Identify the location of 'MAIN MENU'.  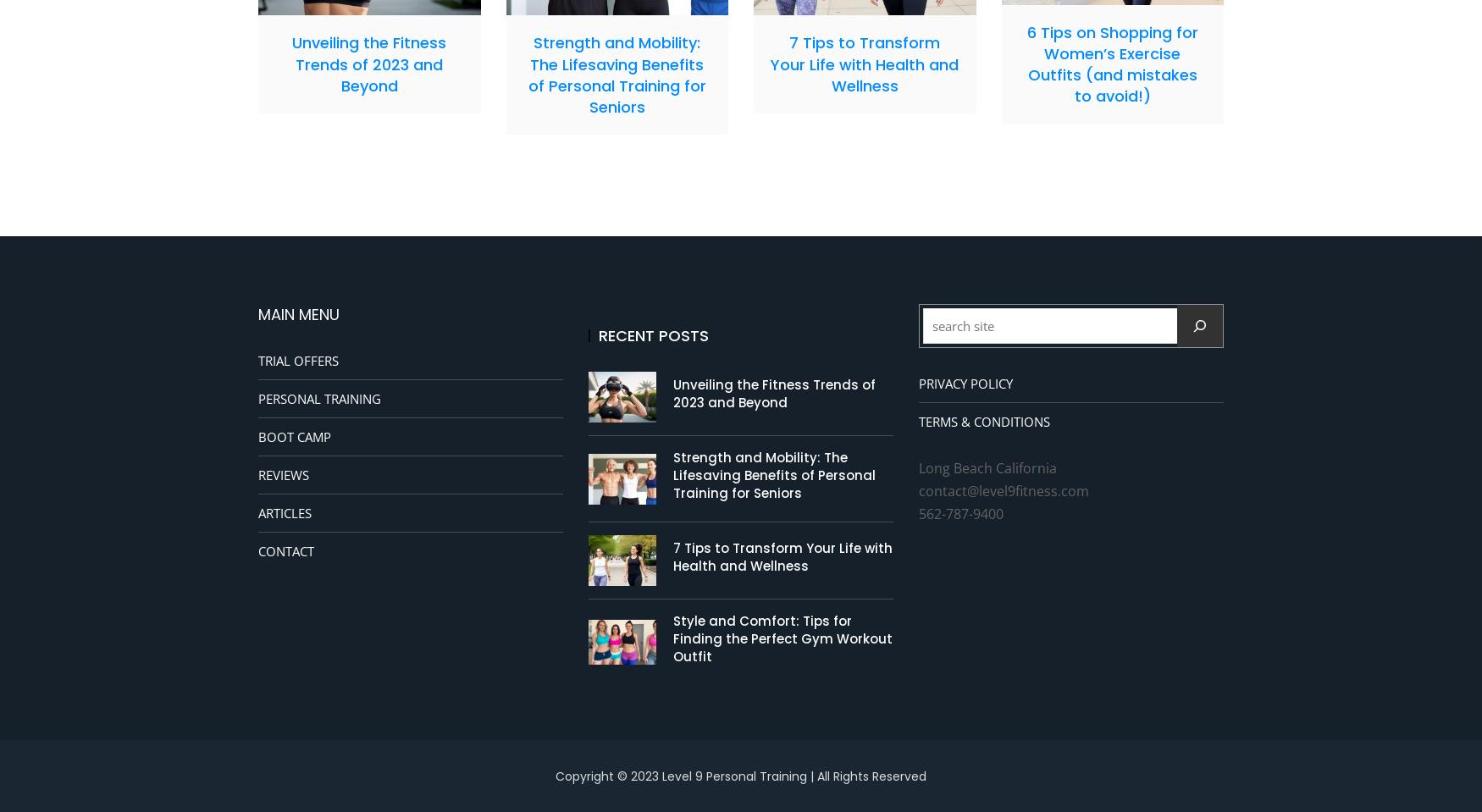
(298, 314).